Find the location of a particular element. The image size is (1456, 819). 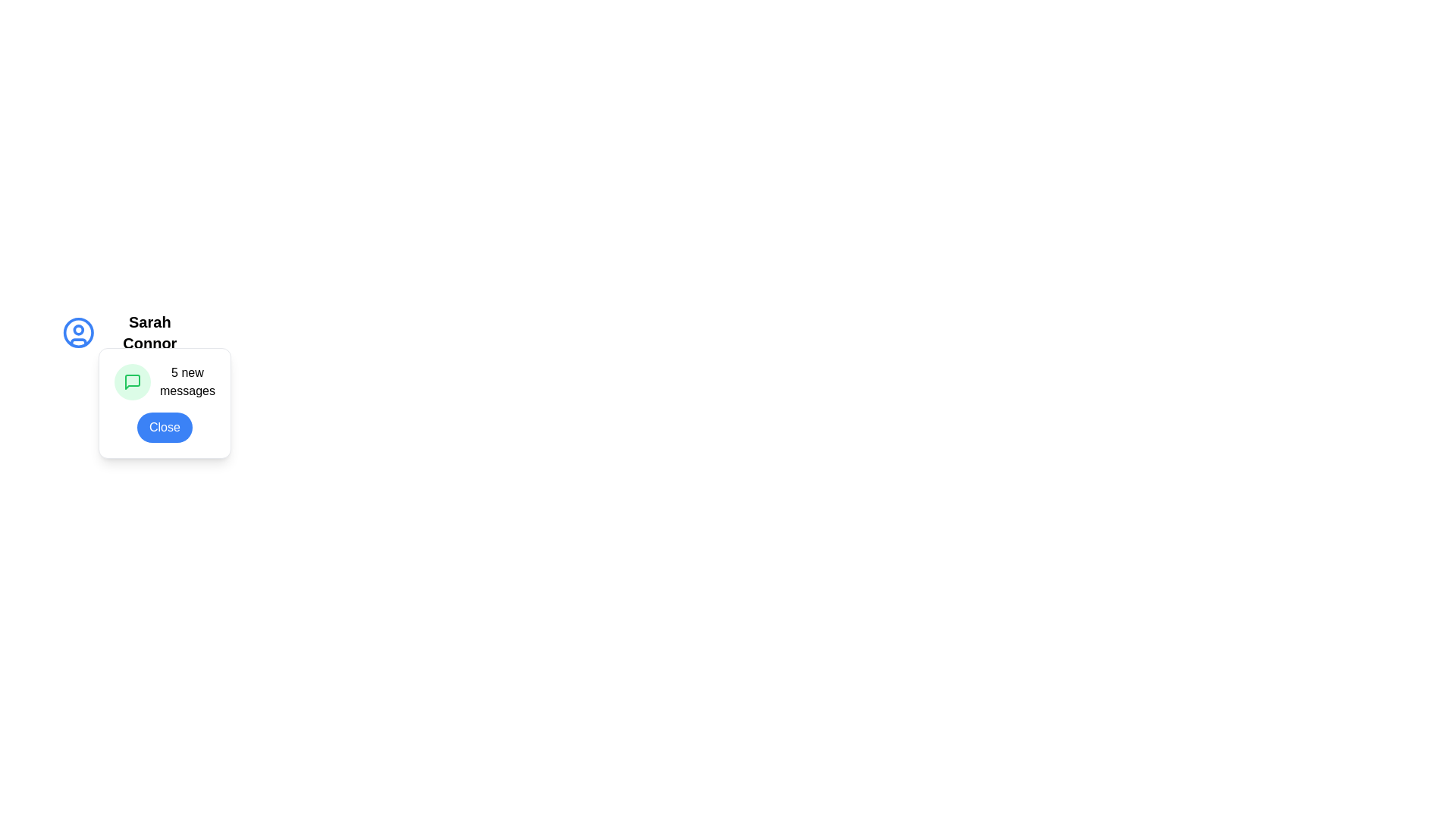

the circular shape element with a blue stroke that is part of the user profile icon located to the left of 'Sarah Connor' is located at coordinates (77, 332).